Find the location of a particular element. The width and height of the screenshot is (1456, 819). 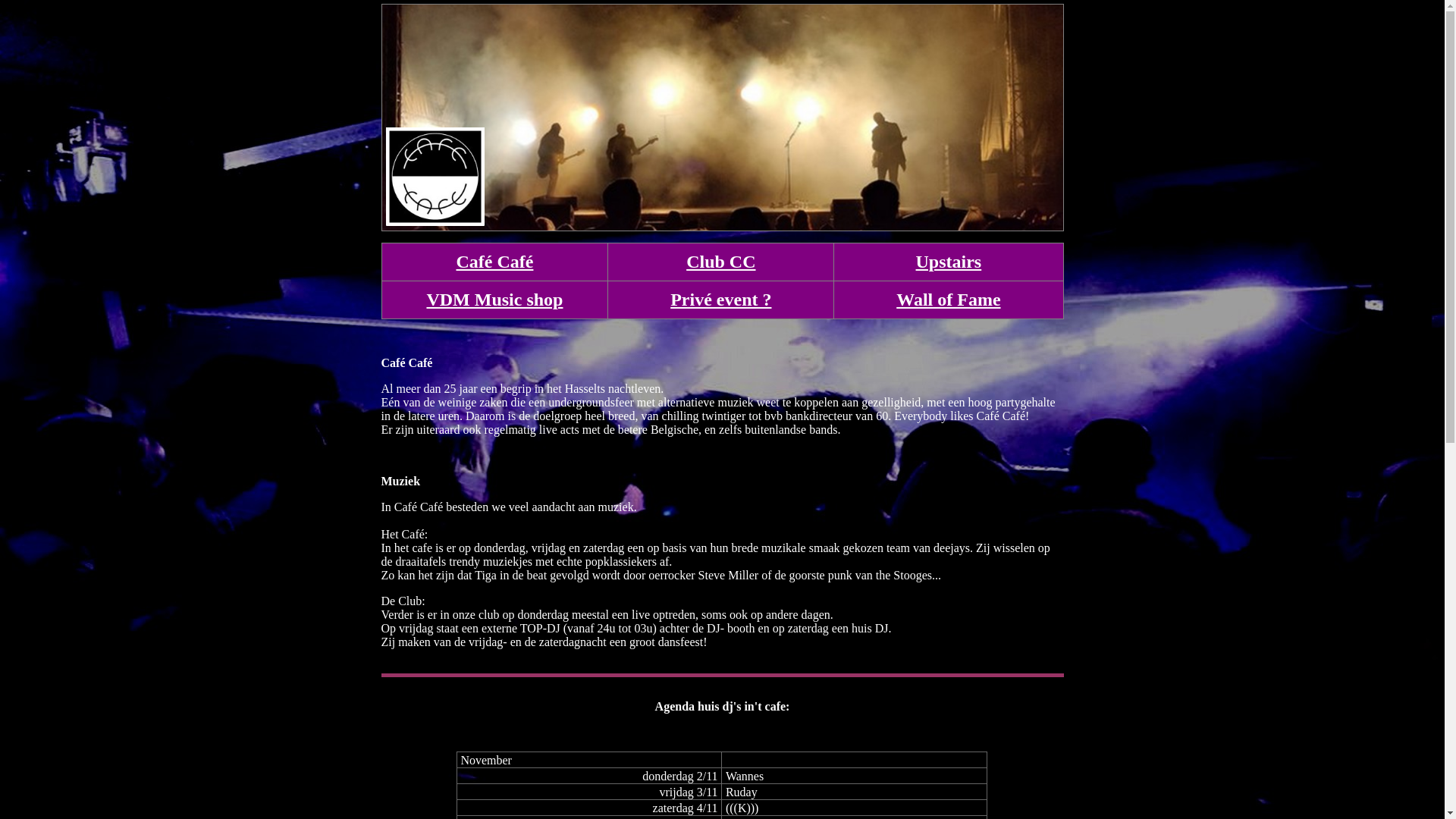

'VDM Music shop' is located at coordinates (425, 299).